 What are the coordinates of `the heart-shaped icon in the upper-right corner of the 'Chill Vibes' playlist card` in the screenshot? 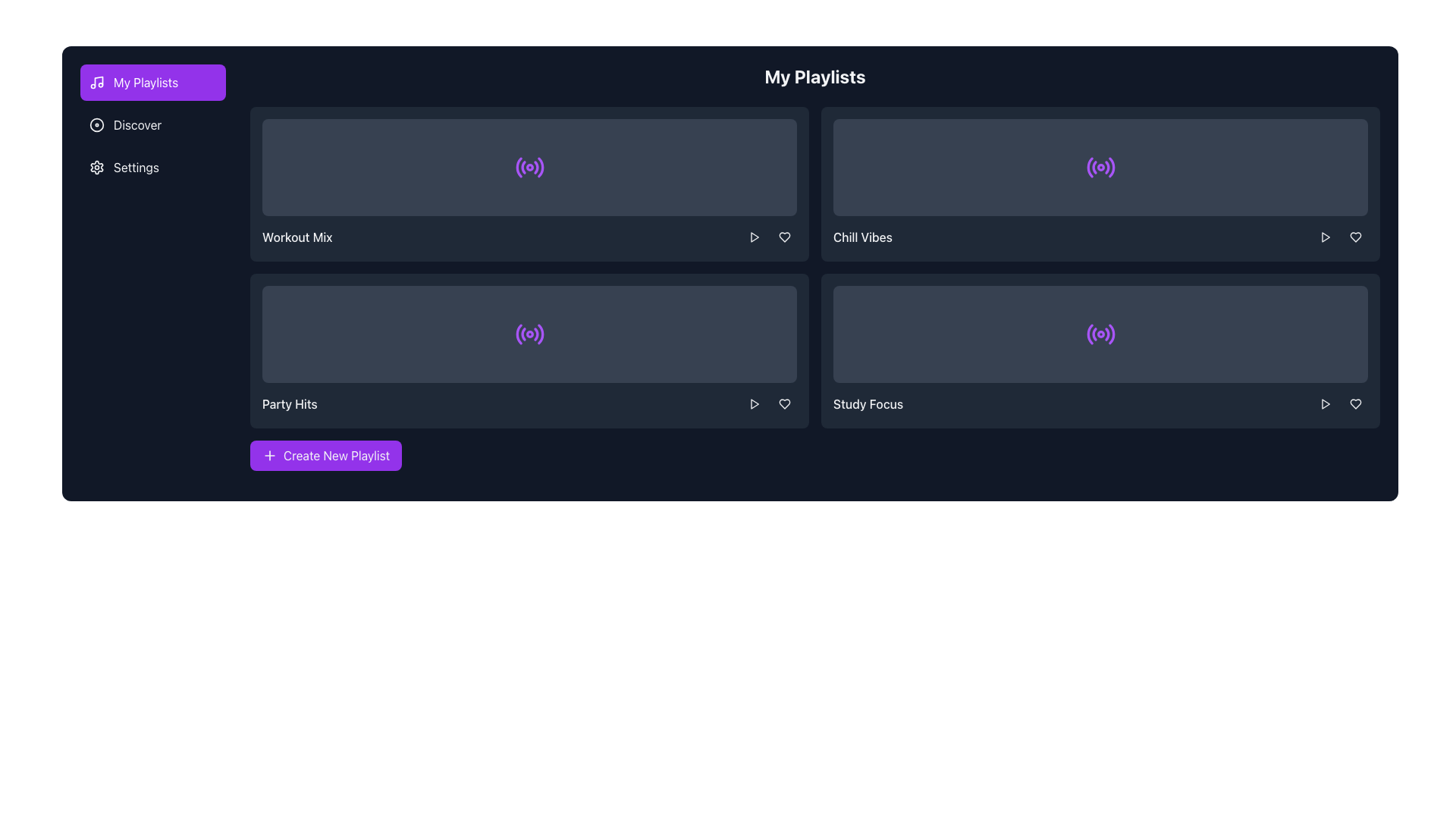 It's located at (1356, 237).